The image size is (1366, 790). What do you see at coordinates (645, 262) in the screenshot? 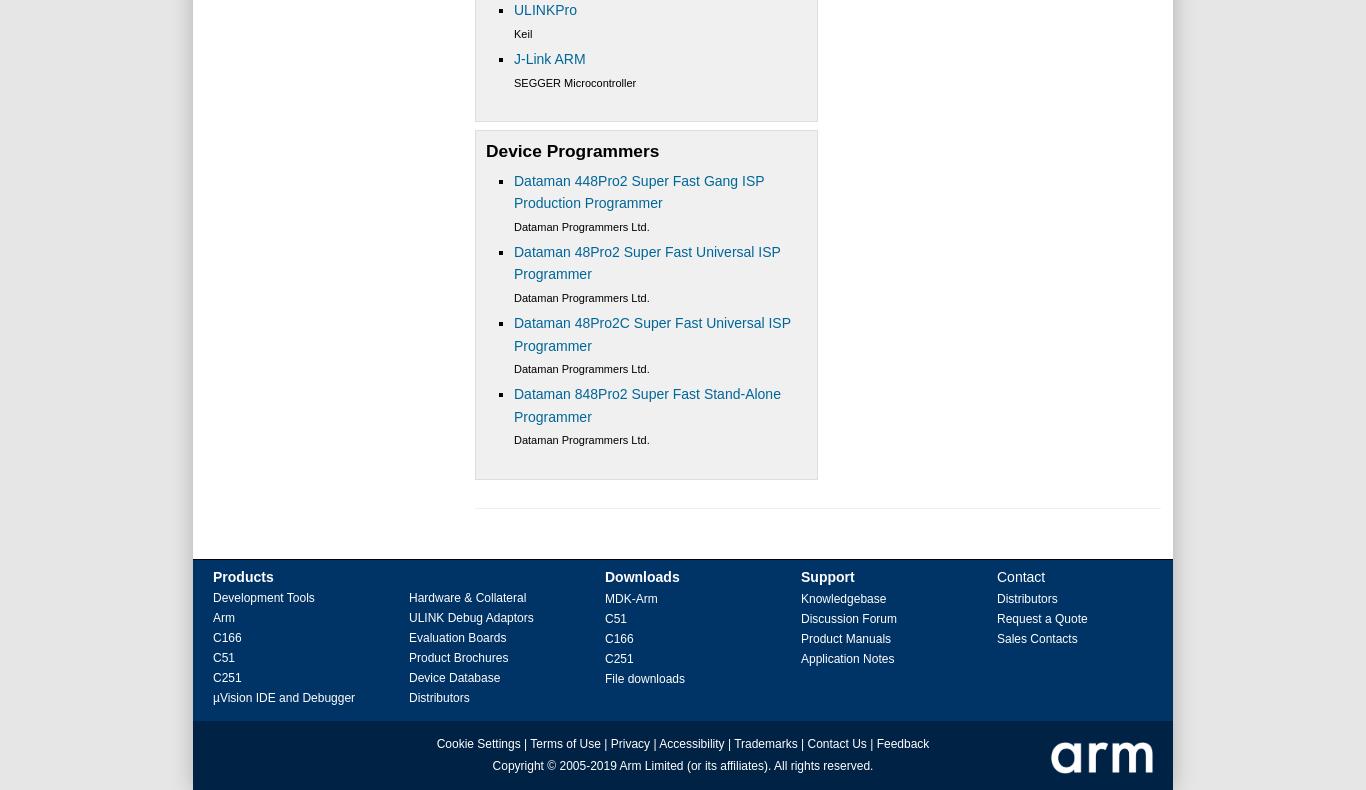
I see `'Dataman 48Pro2 Super Fast Universal ISP Programmer'` at bounding box center [645, 262].